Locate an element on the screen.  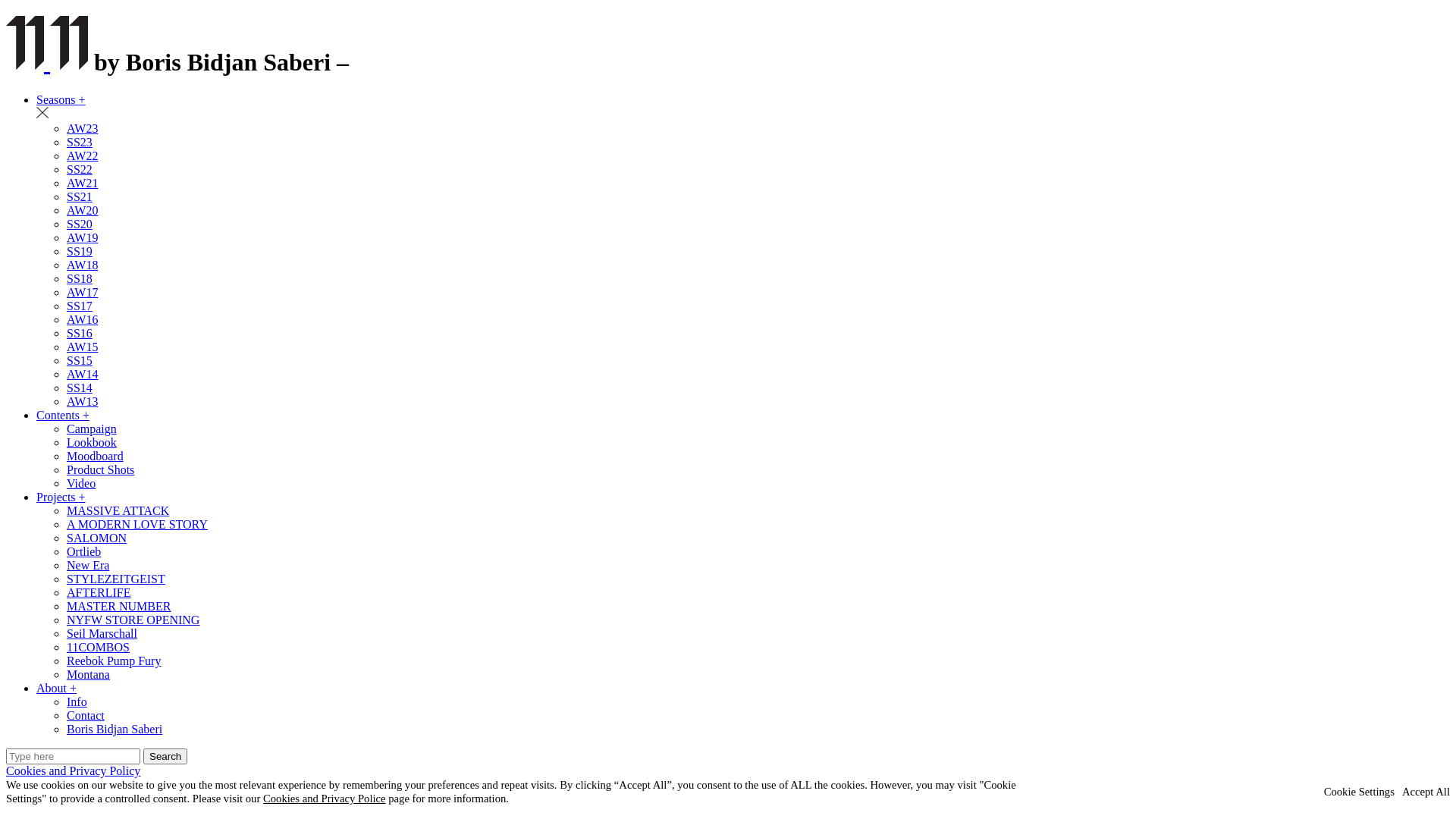
'MASSIVE ATTACK' is located at coordinates (117, 510).